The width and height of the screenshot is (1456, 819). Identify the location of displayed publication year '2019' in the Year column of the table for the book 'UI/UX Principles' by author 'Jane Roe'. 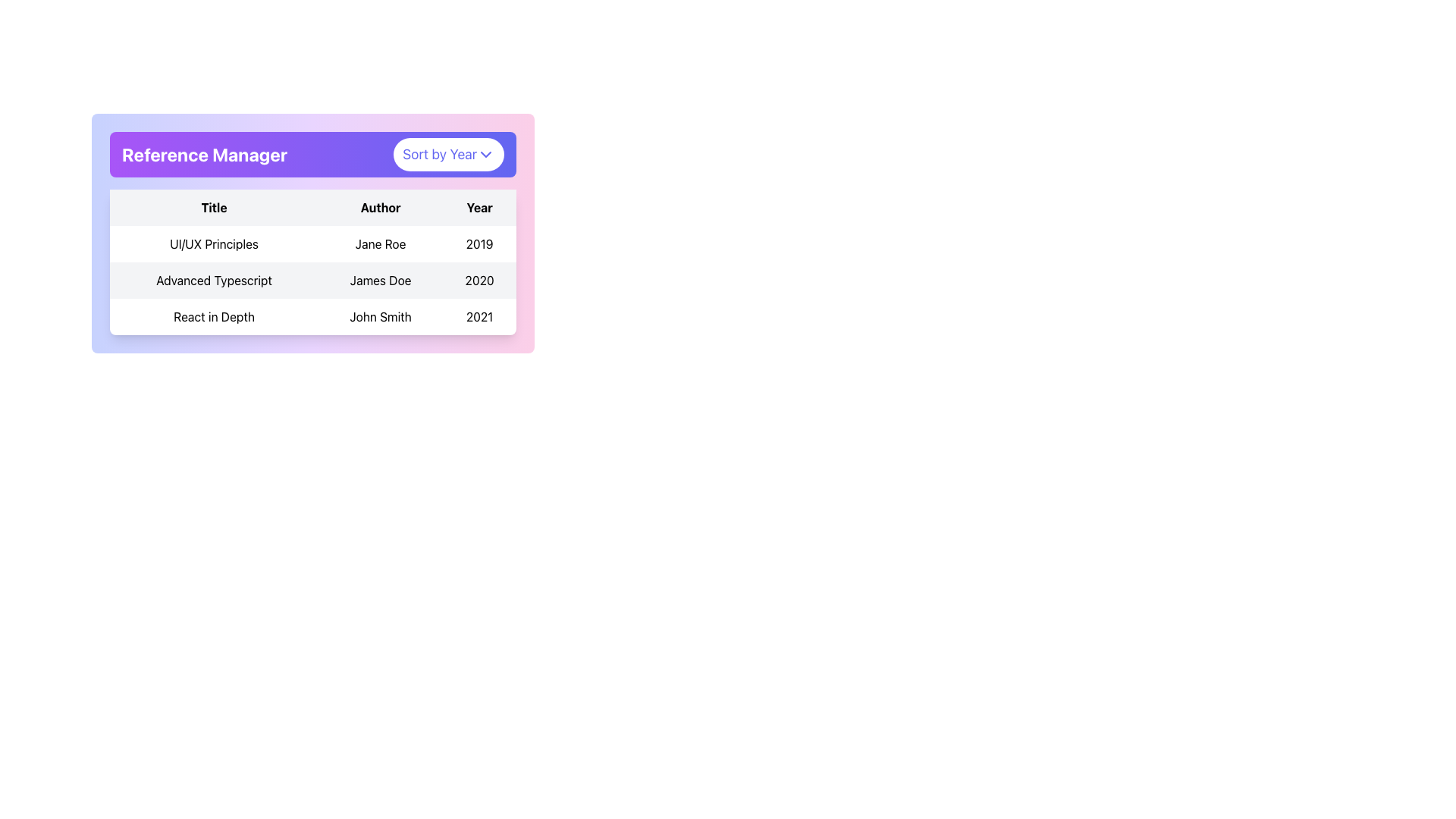
(479, 243).